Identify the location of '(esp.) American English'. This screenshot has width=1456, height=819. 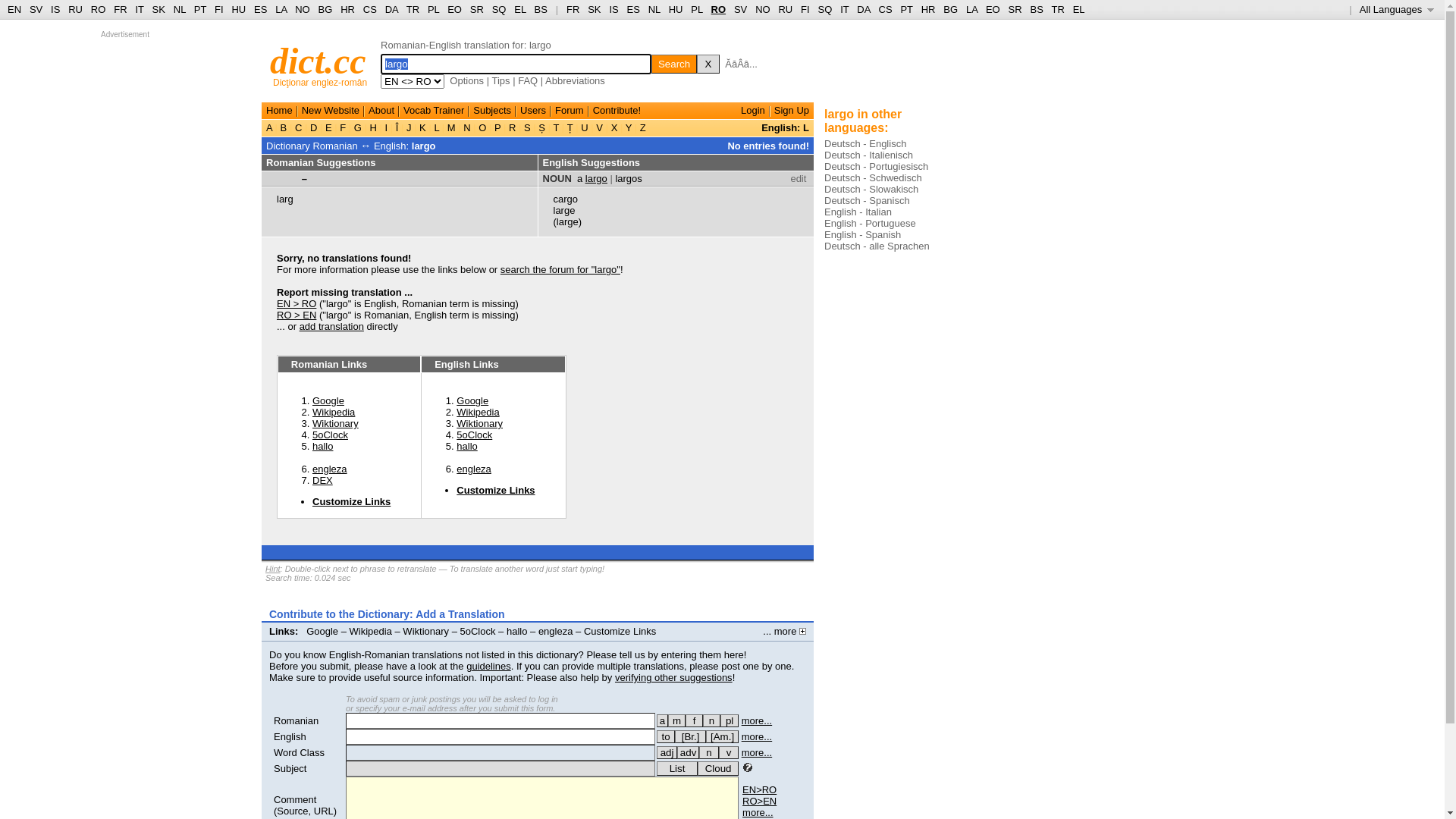
(721, 736).